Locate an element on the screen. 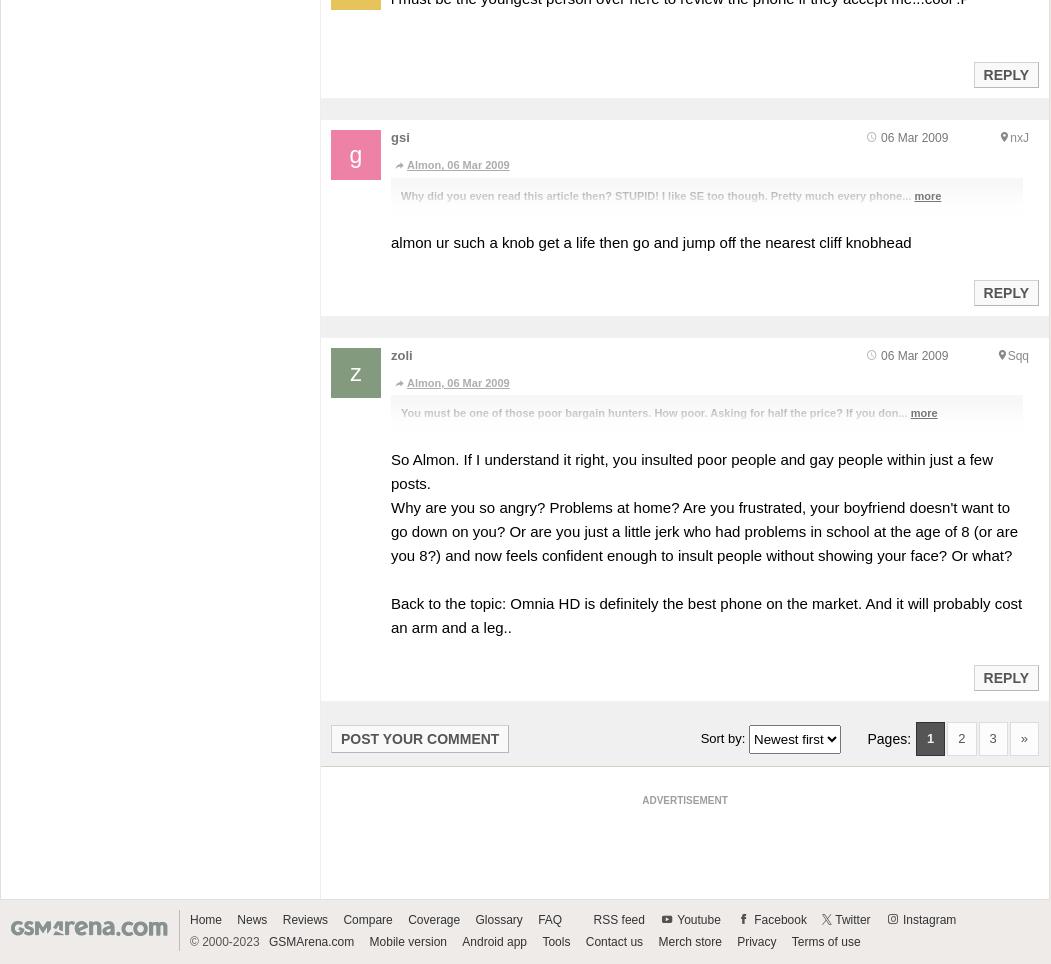 This screenshot has height=964, width=1051. 'Youtube' is located at coordinates (697, 917).